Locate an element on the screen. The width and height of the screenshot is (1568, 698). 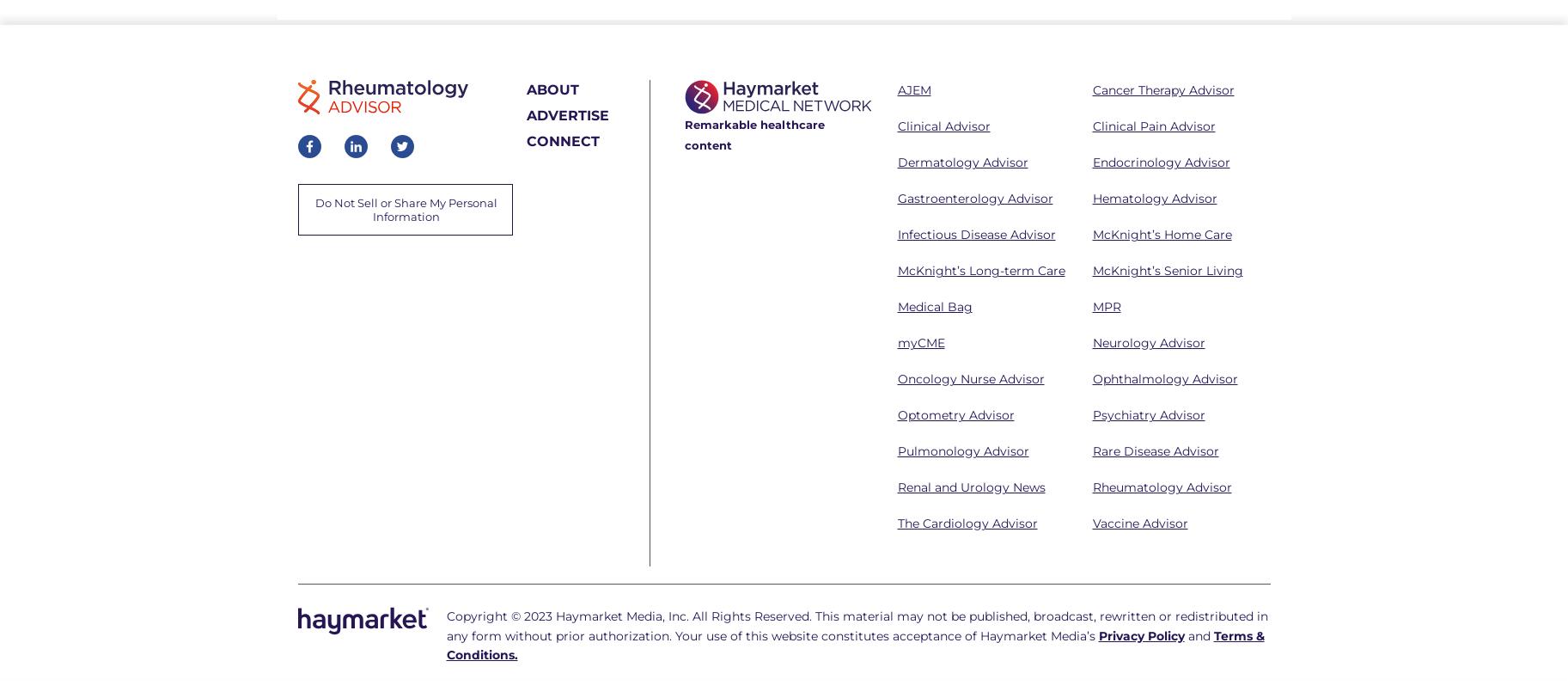
'CONNECT' is located at coordinates (562, 141).